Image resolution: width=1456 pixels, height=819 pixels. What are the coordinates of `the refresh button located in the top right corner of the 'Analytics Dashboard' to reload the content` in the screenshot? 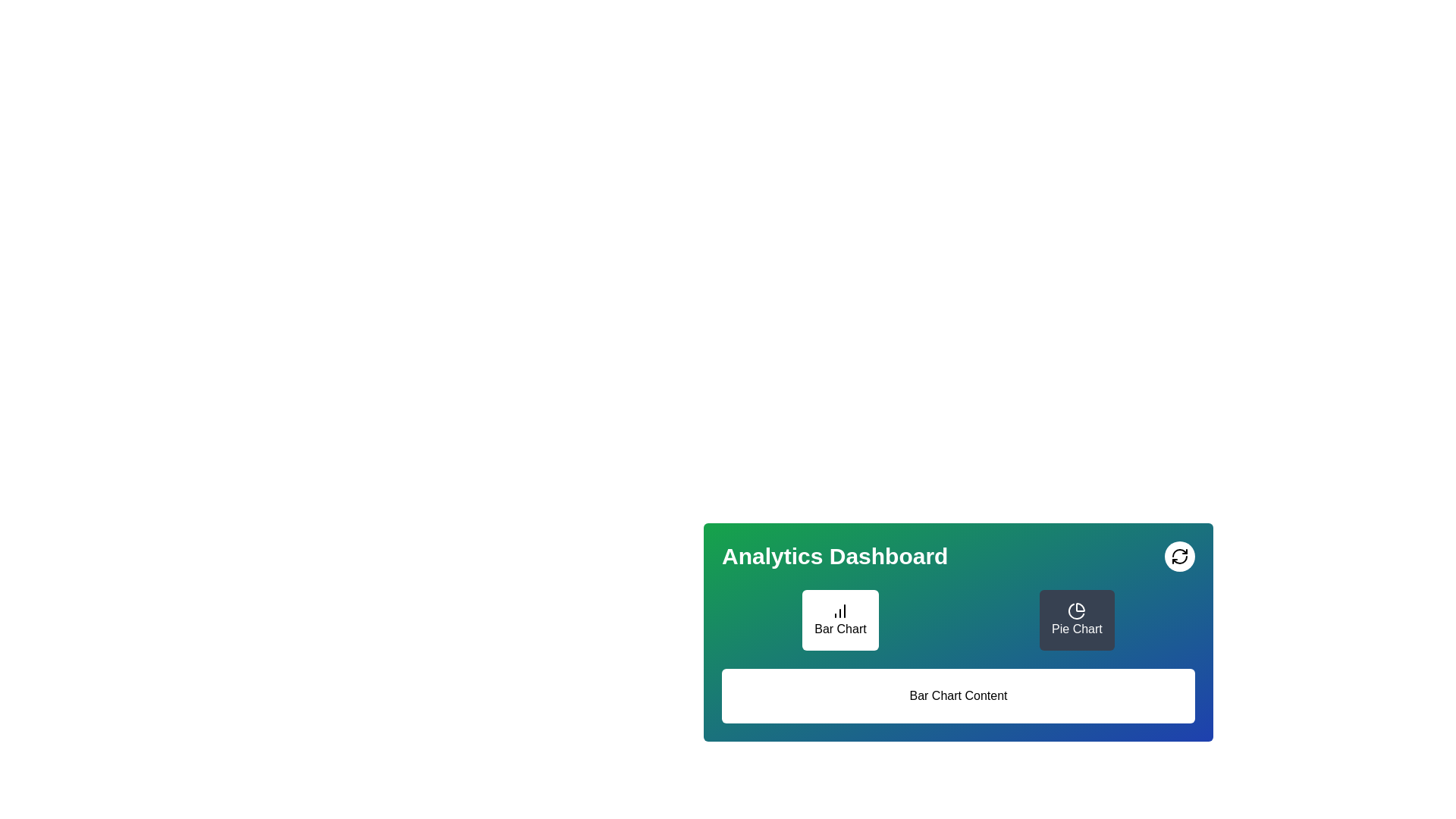 It's located at (1178, 556).